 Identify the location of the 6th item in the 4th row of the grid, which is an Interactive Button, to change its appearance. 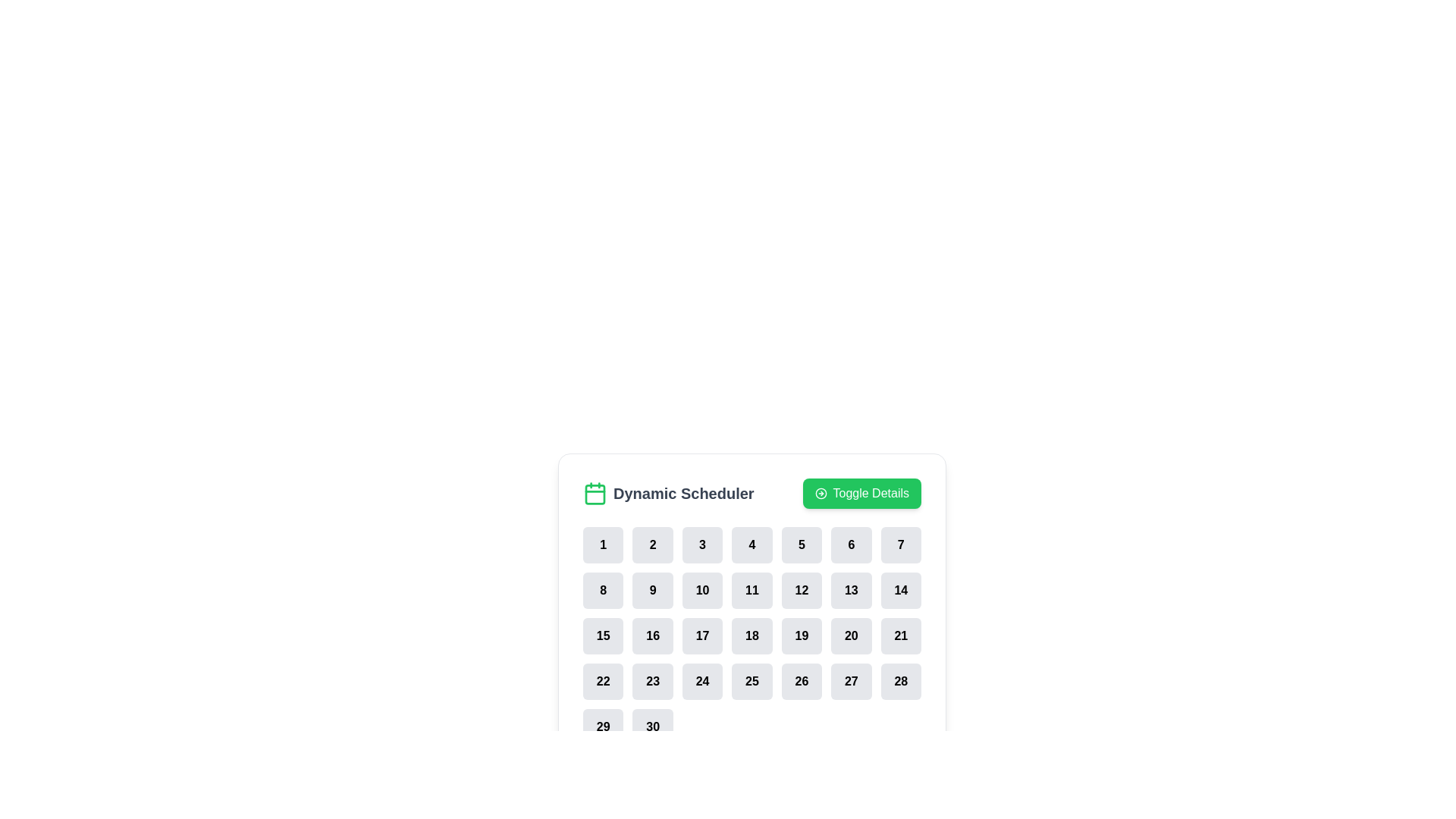
(851, 680).